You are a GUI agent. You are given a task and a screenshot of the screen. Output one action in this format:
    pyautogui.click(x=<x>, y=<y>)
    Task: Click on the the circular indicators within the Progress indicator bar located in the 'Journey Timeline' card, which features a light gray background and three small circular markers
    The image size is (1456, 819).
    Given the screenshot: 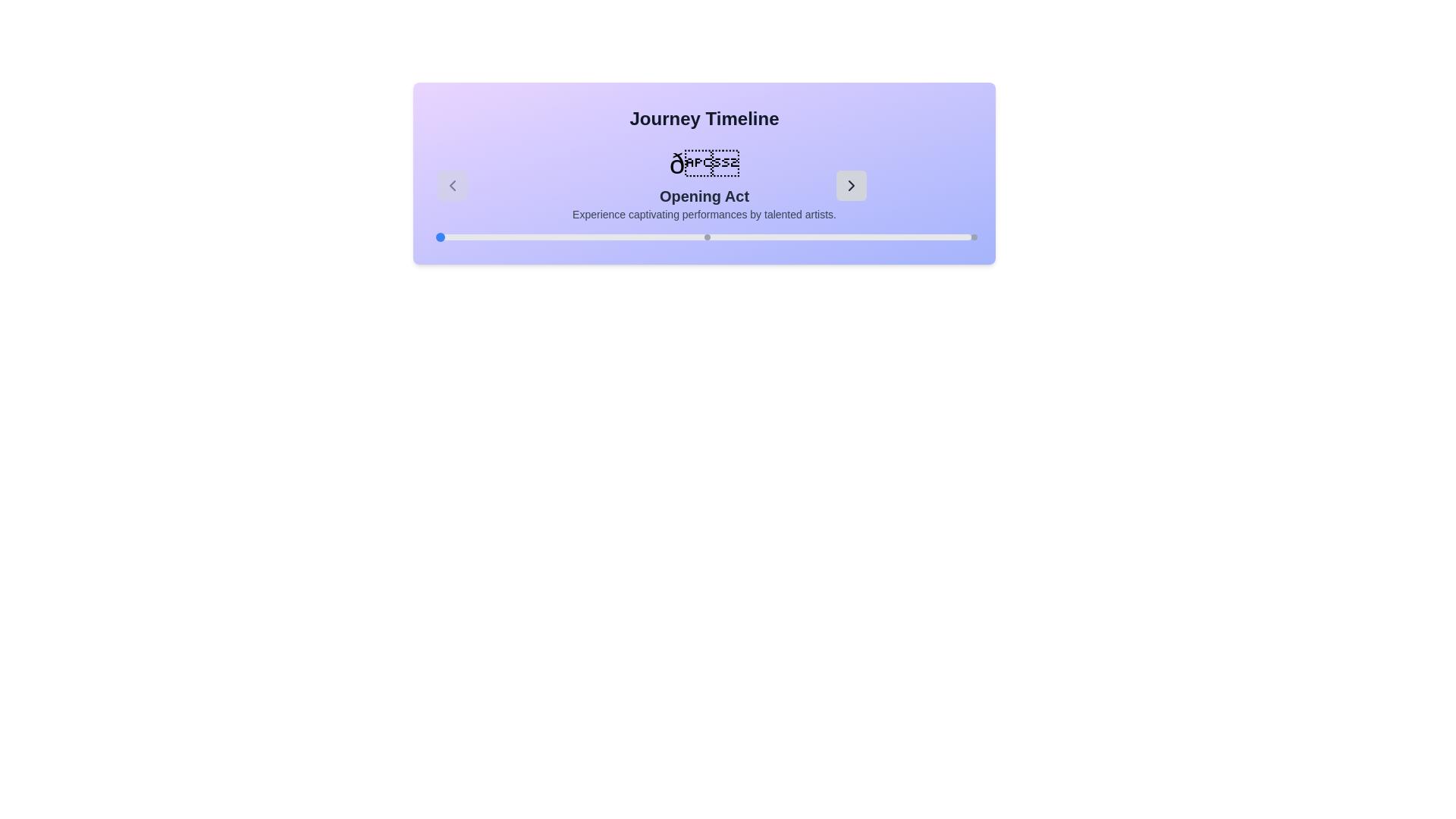 What is the action you would take?
    pyautogui.click(x=704, y=237)
    